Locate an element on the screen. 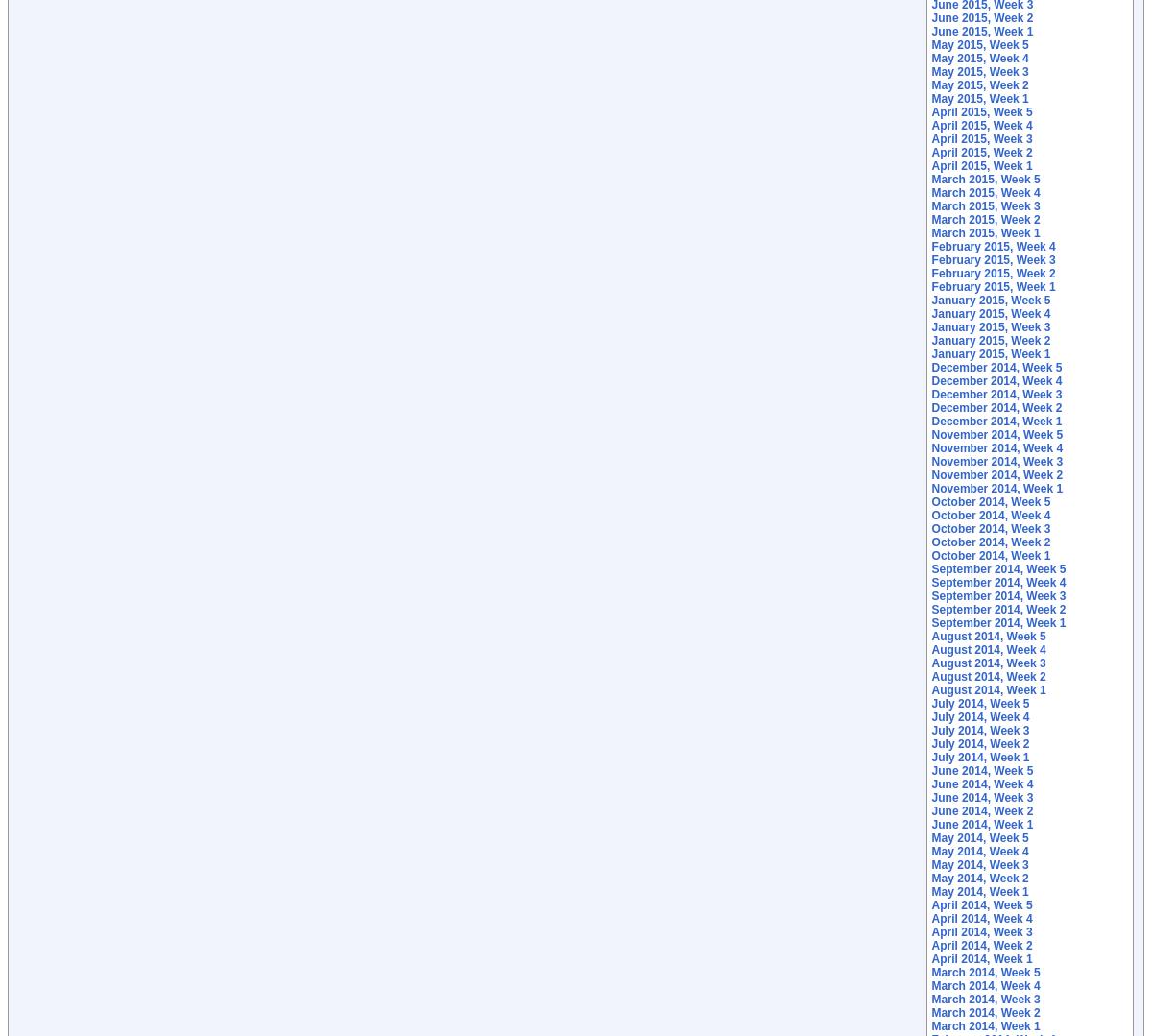 The height and width of the screenshot is (1036, 1152). 'December 2014, Week 5' is located at coordinates (996, 367).